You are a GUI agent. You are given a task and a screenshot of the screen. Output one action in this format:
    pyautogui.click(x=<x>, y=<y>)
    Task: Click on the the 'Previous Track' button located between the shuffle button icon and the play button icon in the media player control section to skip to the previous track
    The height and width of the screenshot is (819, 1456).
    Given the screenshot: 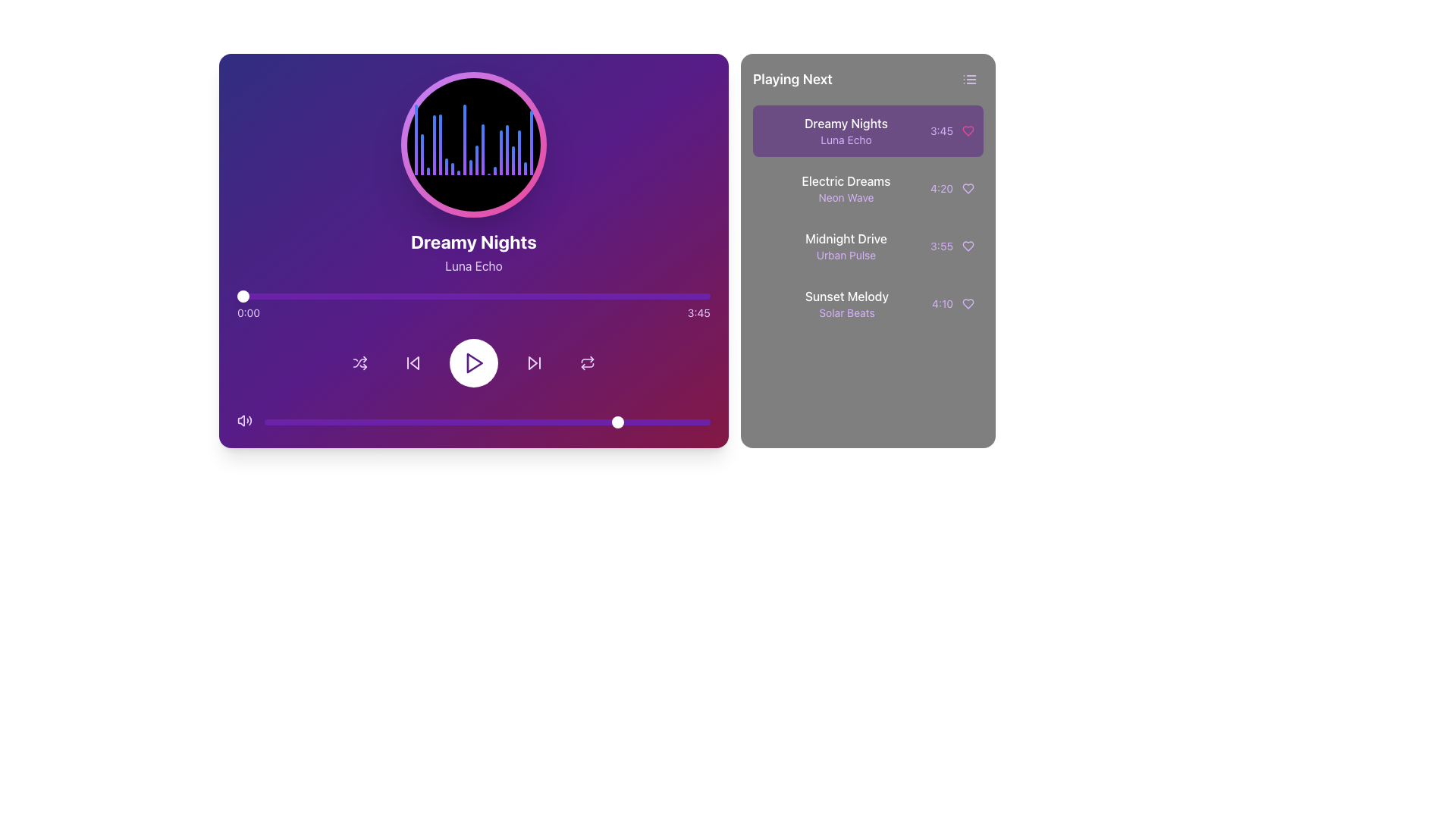 What is the action you would take?
    pyautogui.click(x=413, y=362)
    